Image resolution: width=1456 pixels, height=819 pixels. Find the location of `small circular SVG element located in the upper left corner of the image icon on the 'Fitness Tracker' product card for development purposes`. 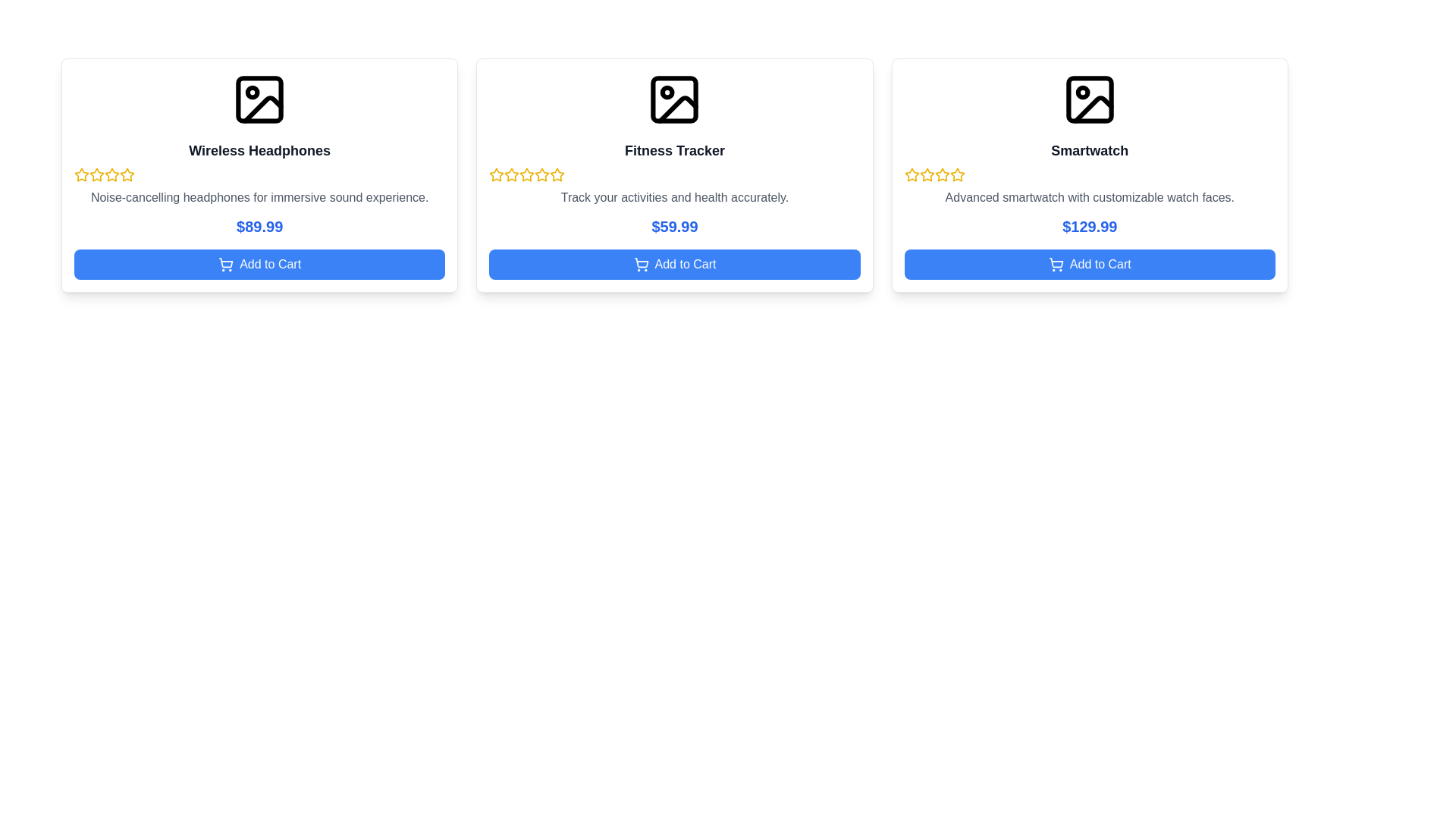

small circular SVG element located in the upper left corner of the image icon on the 'Fitness Tracker' product card for development purposes is located at coordinates (667, 93).